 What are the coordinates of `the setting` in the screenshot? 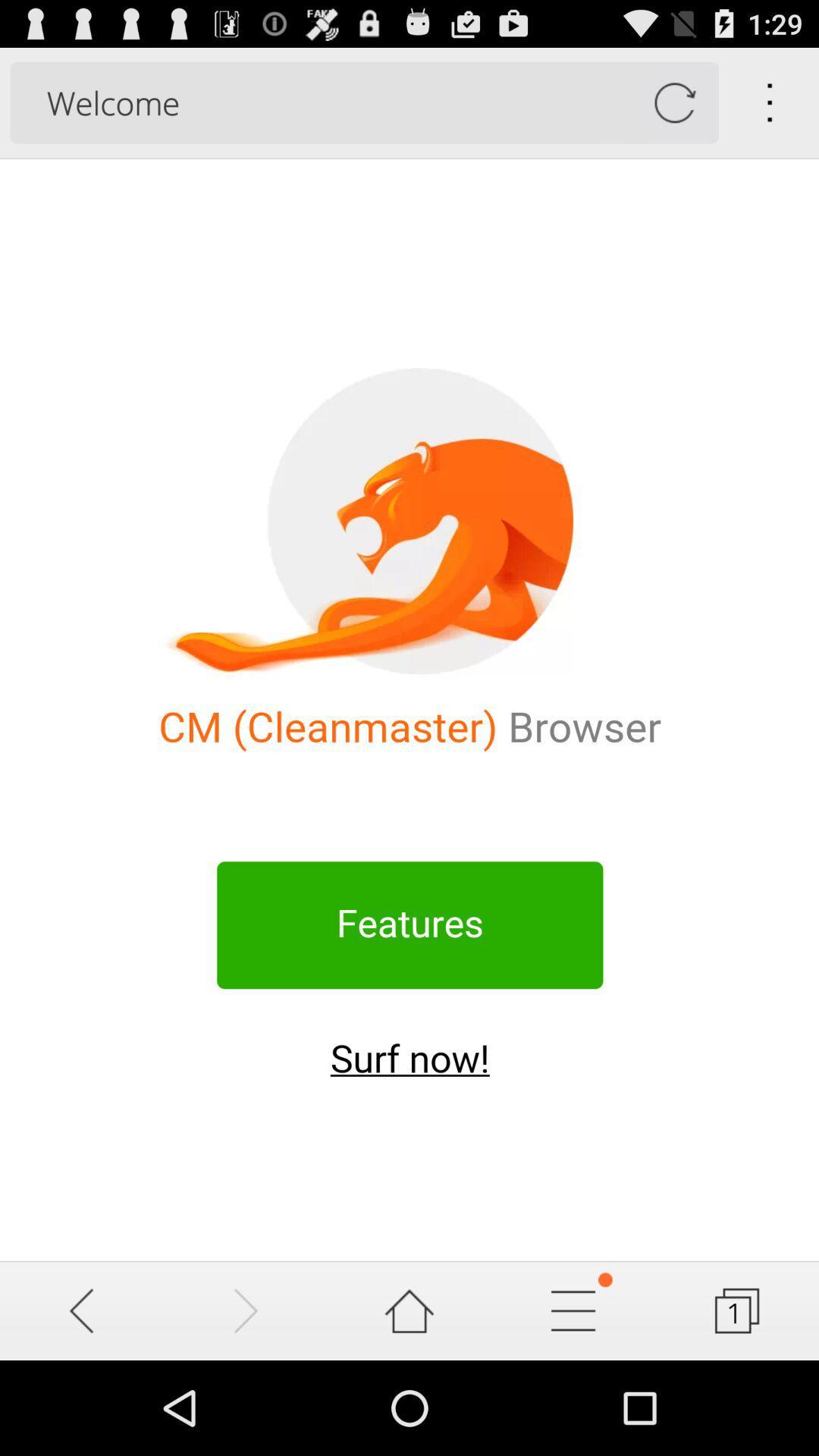 It's located at (573, 1310).